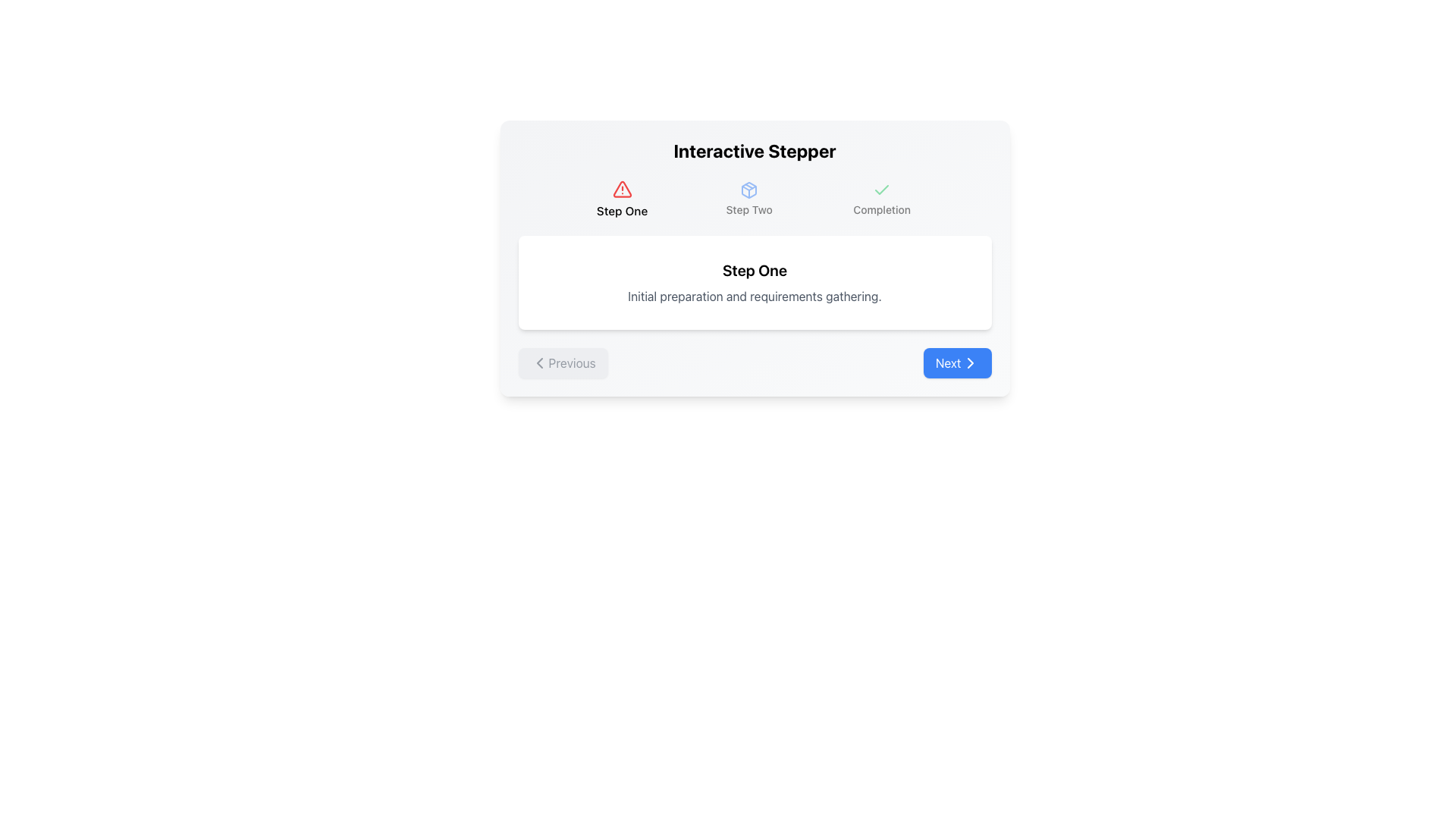 This screenshot has height=819, width=1456. What do you see at coordinates (749, 189) in the screenshot?
I see `the geometric icon resembling a 3D cube, which is the second status icon in the top stepper component between 'Step One' and 'Completion'` at bounding box center [749, 189].